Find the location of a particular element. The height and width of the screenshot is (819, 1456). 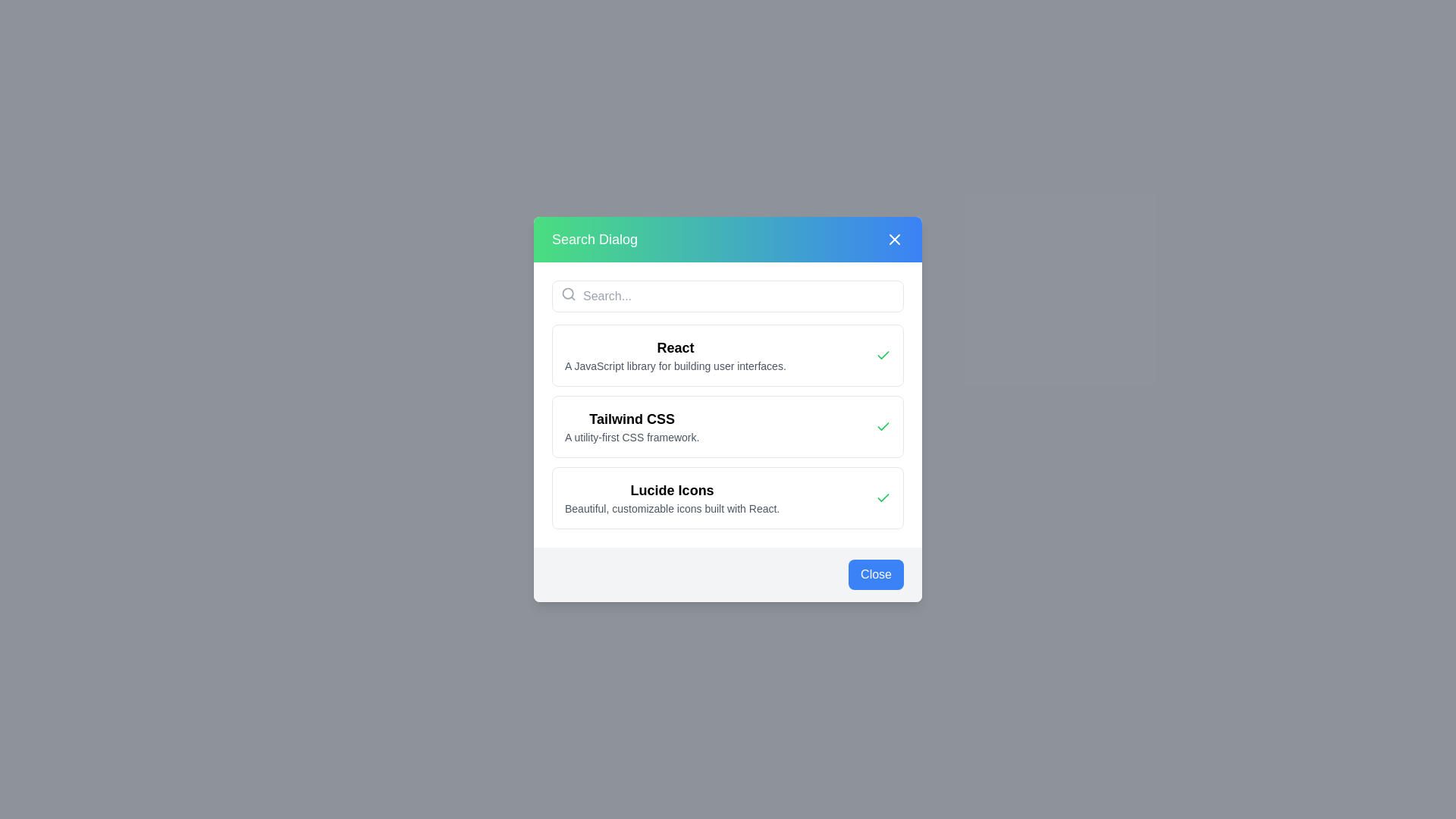

the close button icon, which is a small cross-shaped icon located in the top-right corner of the dialog box is located at coordinates (895, 239).